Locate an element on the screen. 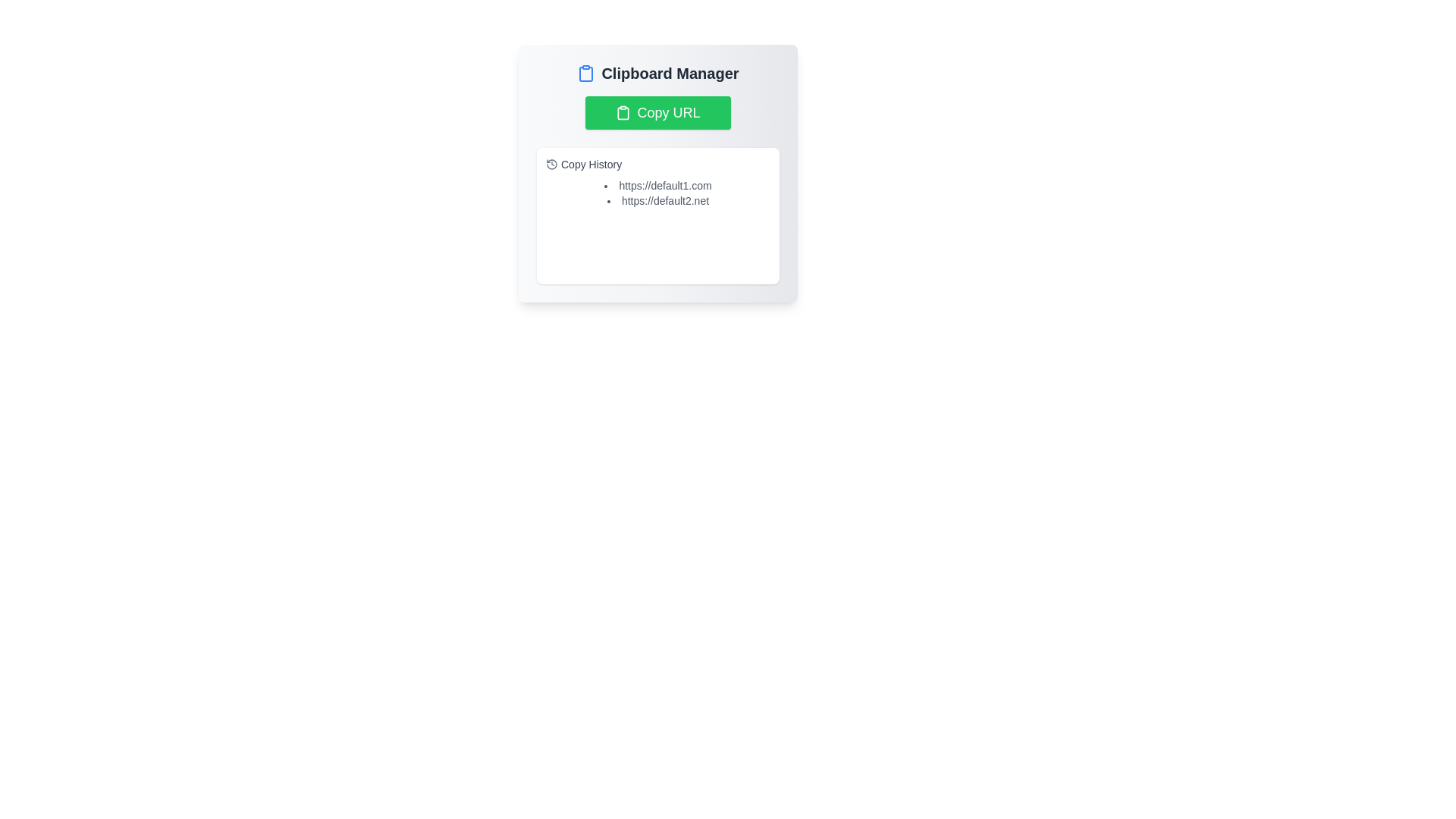 This screenshot has height=819, width=1456. the header element labeled 'Clipboard Manager', which features a bold title and a blue clipboard icon, positioned at the top of a card-like structure is located at coordinates (658, 73).